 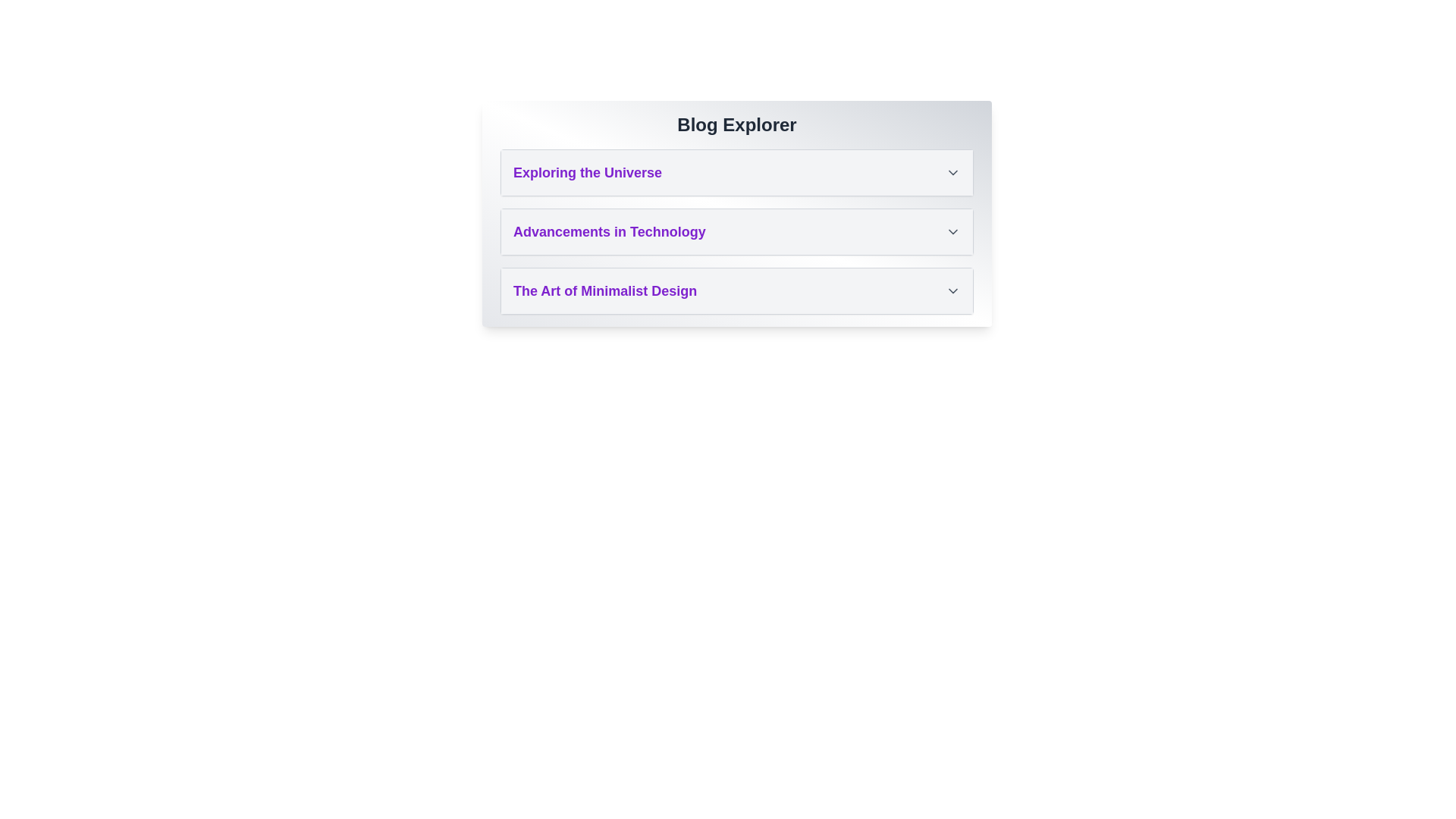 I want to click on the gray downward-facing chevron icon button located at the far-right side of the 'Exploring the Universe' section, so click(x=952, y=171).